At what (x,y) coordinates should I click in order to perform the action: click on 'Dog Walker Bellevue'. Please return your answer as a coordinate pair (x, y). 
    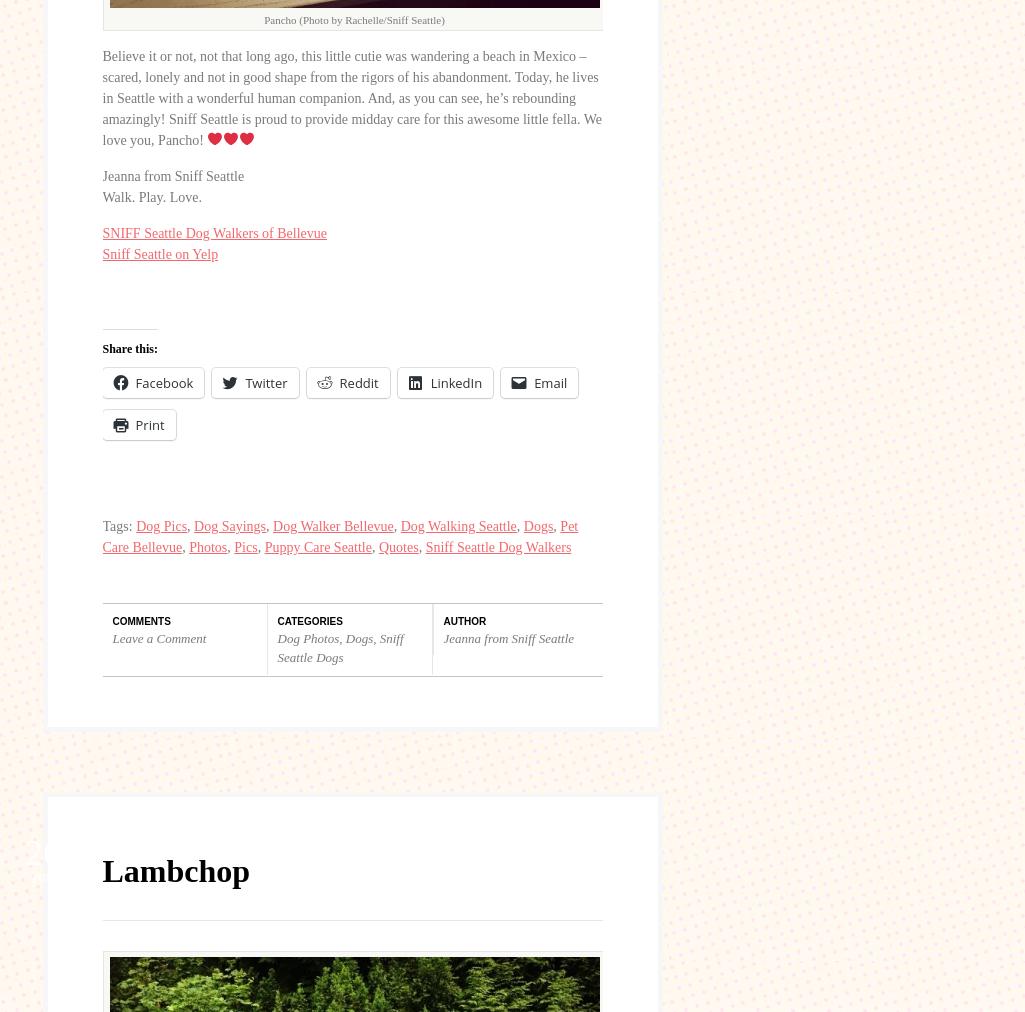
    Looking at the image, I should click on (332, 524).